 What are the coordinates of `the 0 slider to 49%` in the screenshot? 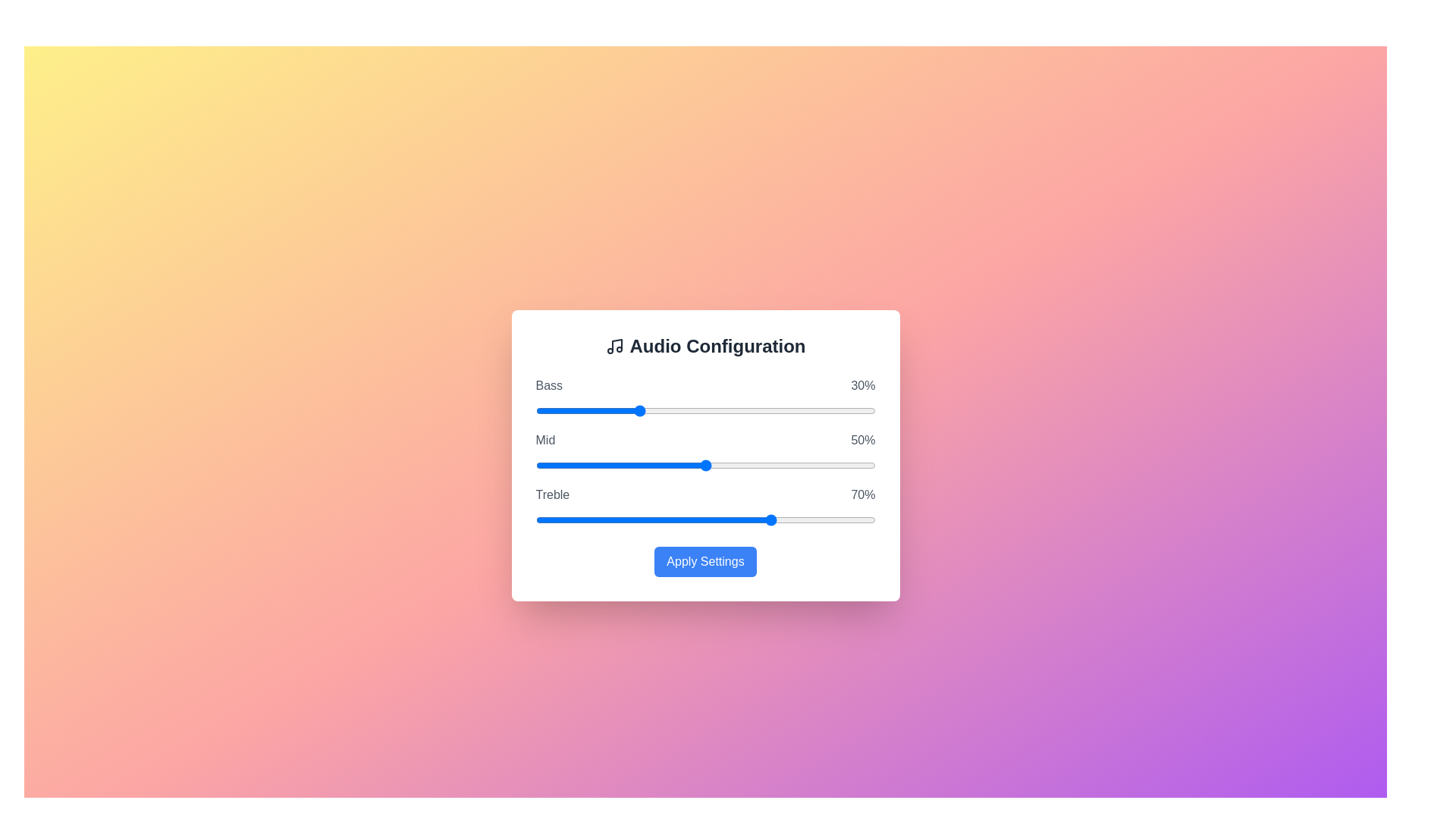 It's located at (789, 411).